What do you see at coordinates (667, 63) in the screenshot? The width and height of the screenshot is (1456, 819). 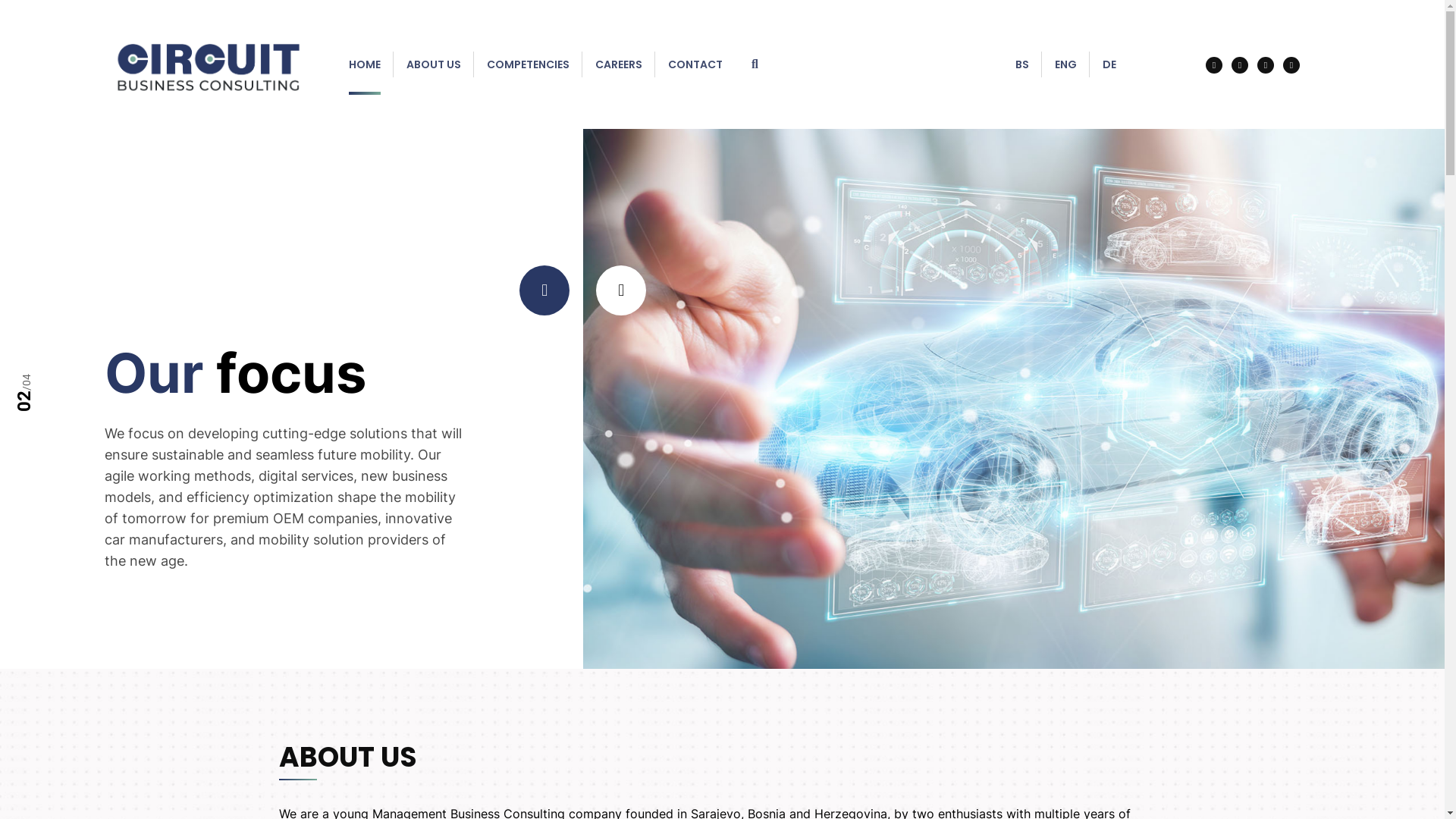 I see `'CONTACT'` at bounding box center [667, 63].